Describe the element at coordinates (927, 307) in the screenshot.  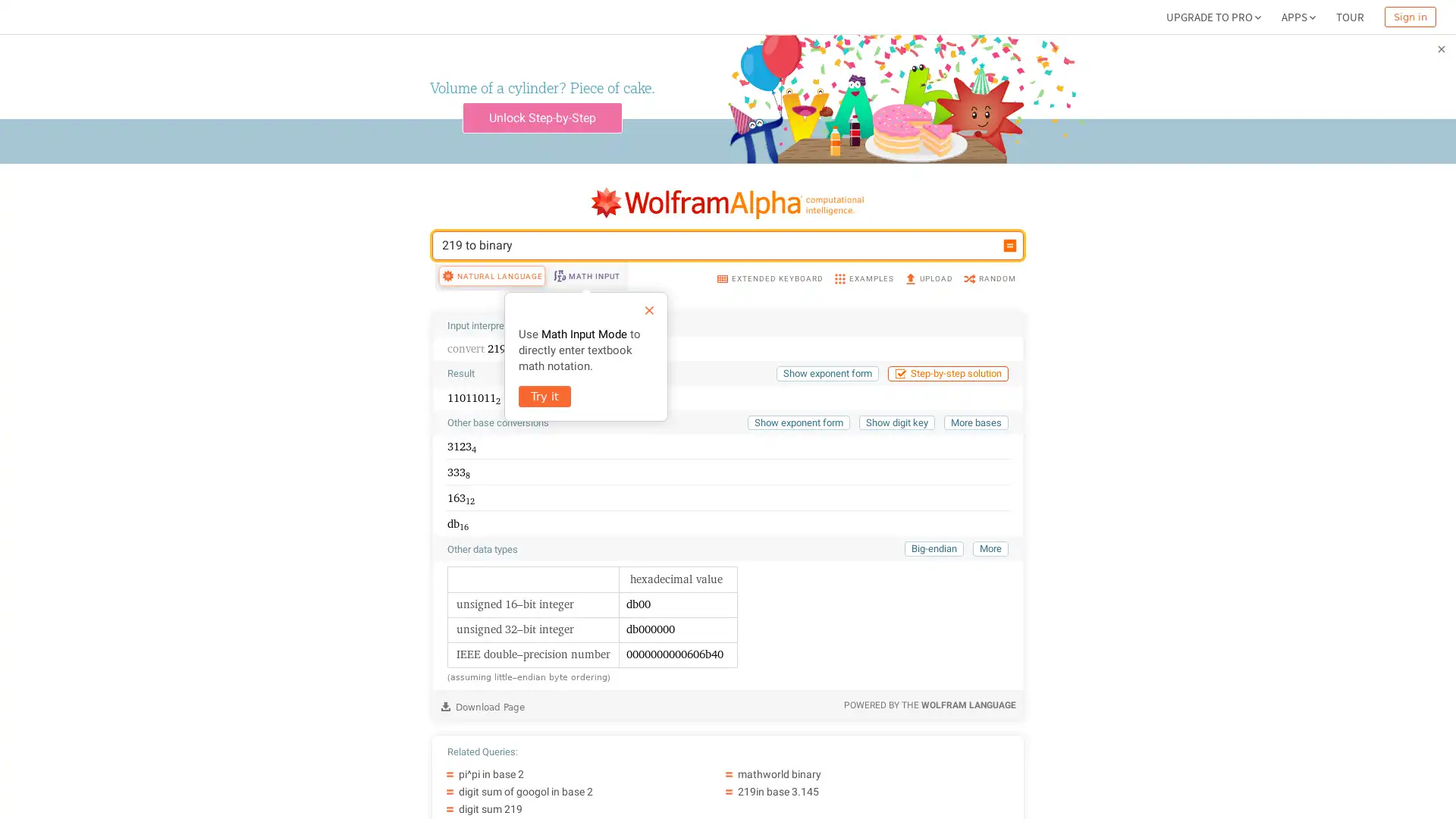
I see `UPLOAD` at that location.